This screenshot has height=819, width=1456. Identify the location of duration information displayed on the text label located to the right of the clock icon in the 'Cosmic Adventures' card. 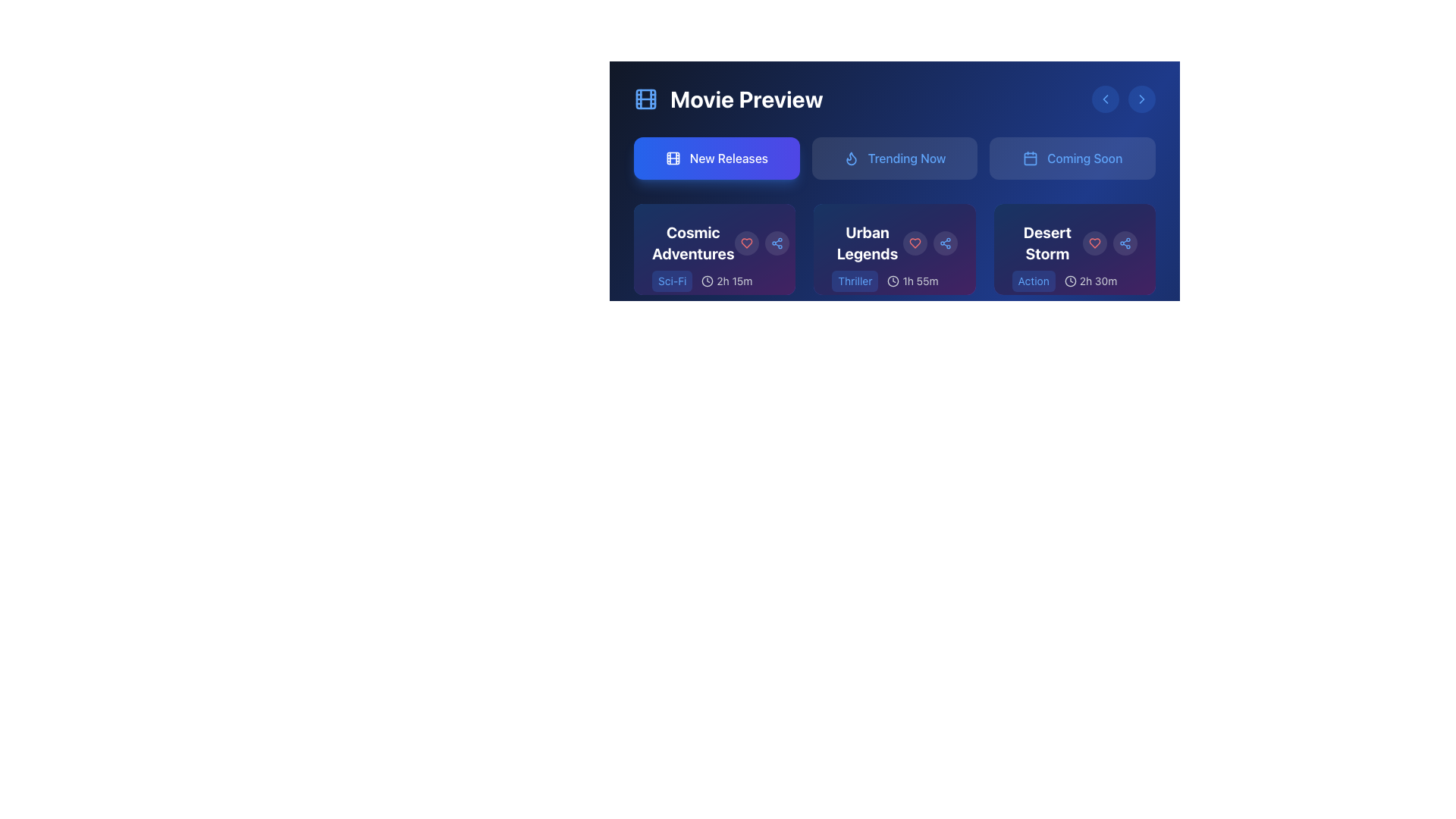
(734, 281).